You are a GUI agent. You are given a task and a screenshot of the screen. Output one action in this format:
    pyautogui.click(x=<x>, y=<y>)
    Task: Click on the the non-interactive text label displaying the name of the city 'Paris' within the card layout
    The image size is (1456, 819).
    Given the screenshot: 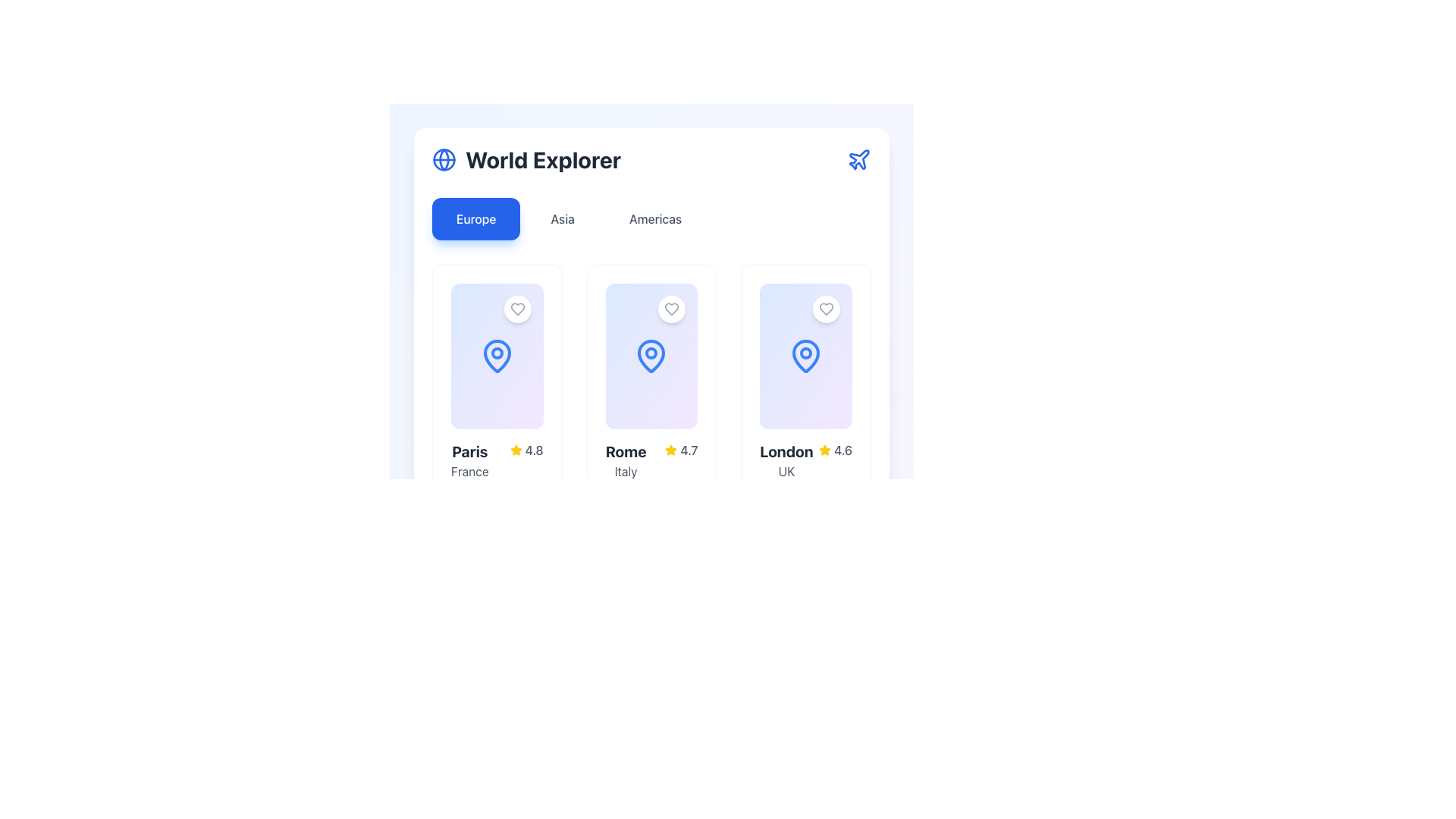 What is the action you would take?
    pyautogui.click(x=469, y=451)
    